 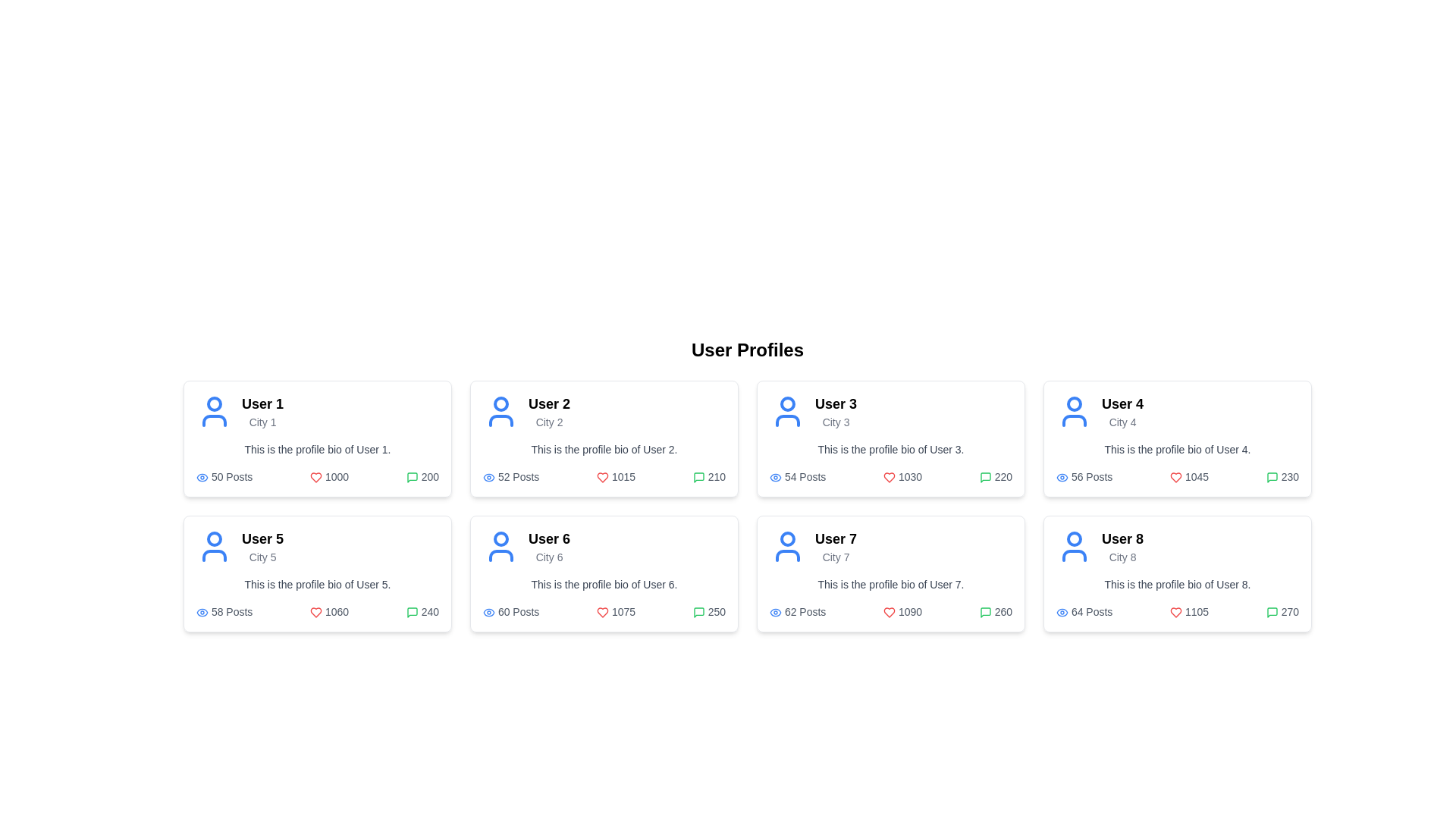 What do you see at coordinates (985, 612) in the screenshot?
I see `the green speech bubble icon located at the bottom right corner of the 'User 7' profile card, adjacent to the numeric text '260'` at bounding box center [985, 612].